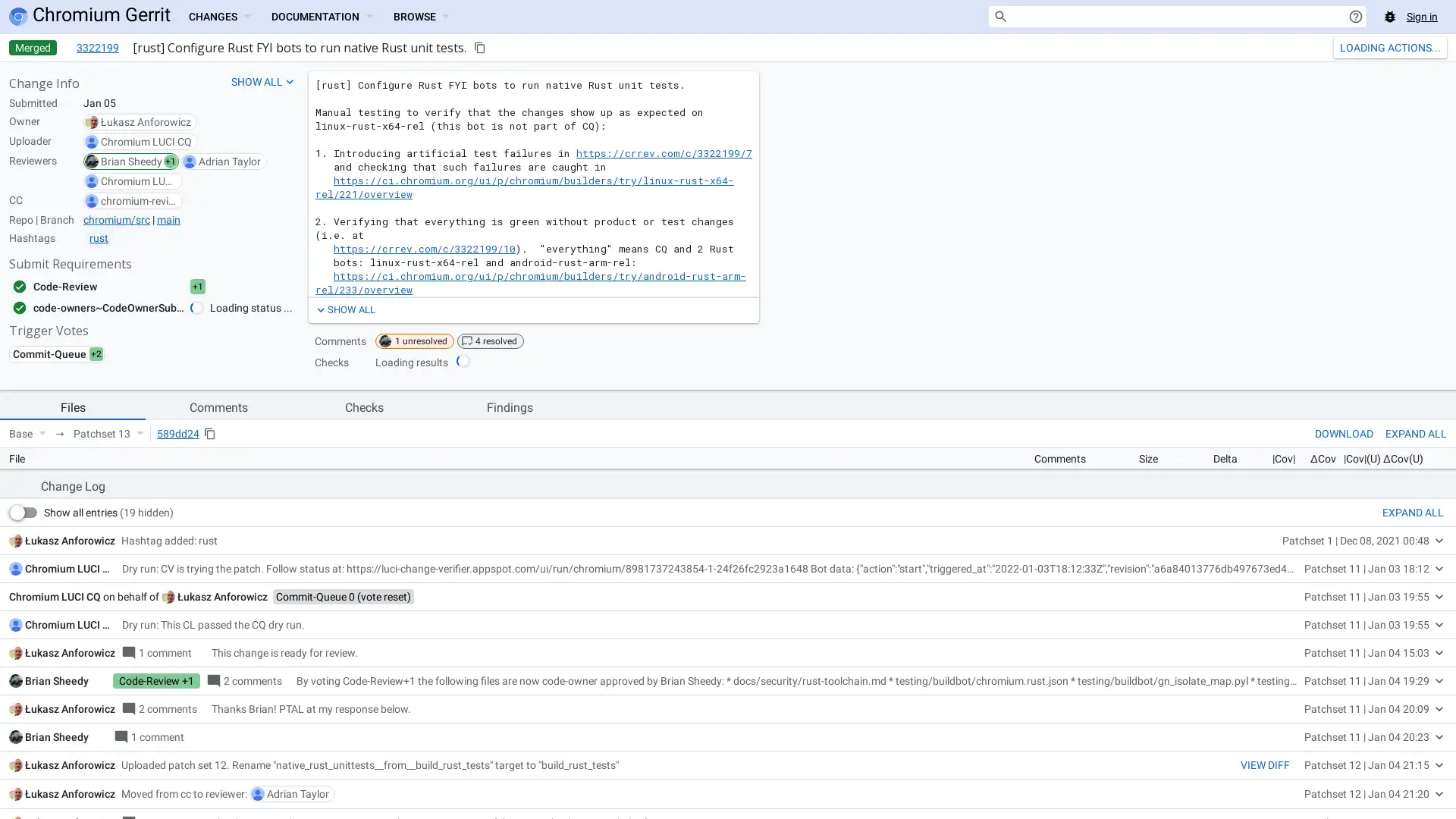 The height and width of the screenshot is (819, 1456). Describe the element at coordinates (138, 180) in the screenshot. I see `Chromium LUCI CQ` at that location.